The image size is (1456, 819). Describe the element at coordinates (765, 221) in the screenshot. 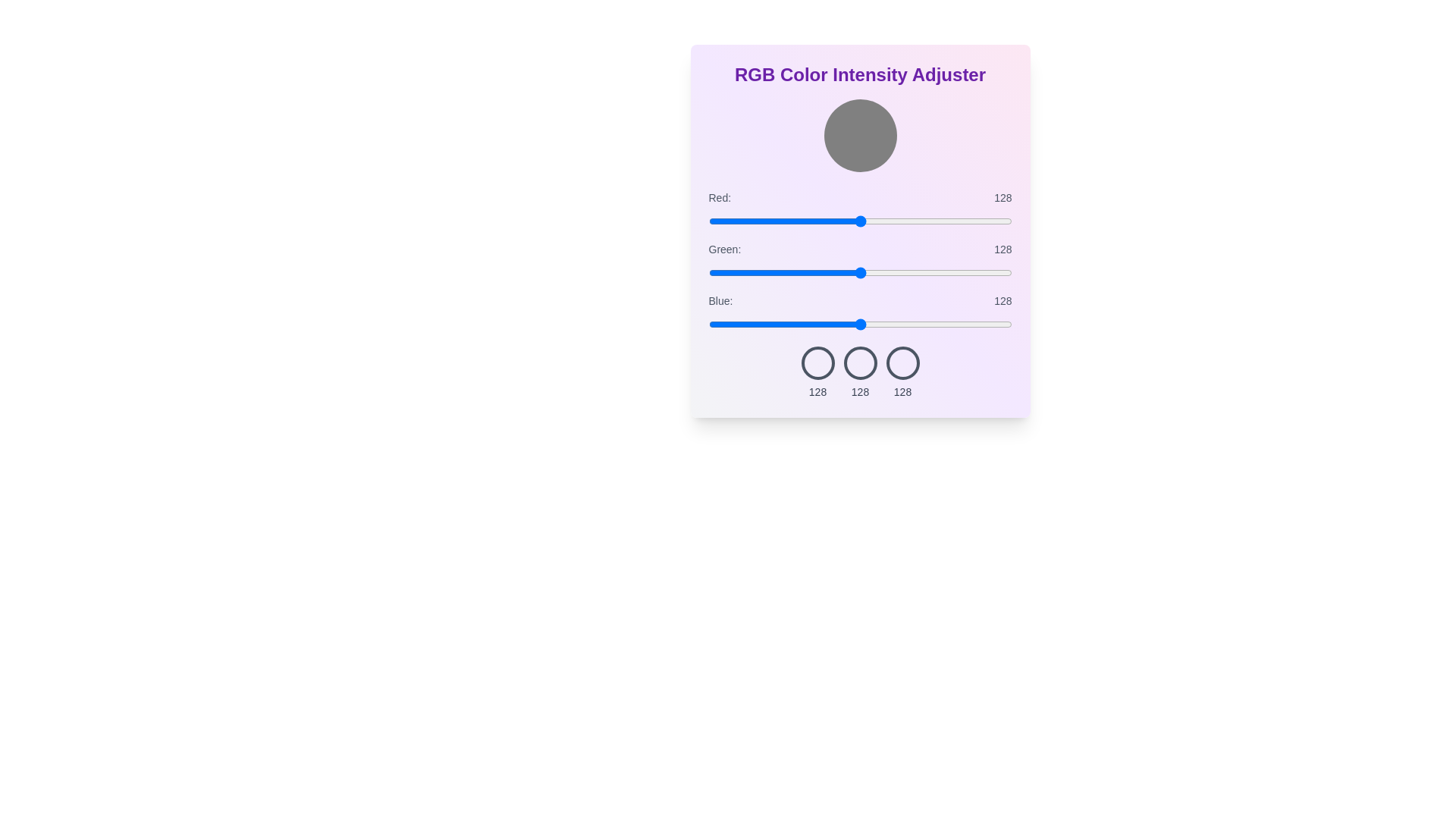

I see `the red color intensity slider to 48 value` at that location.